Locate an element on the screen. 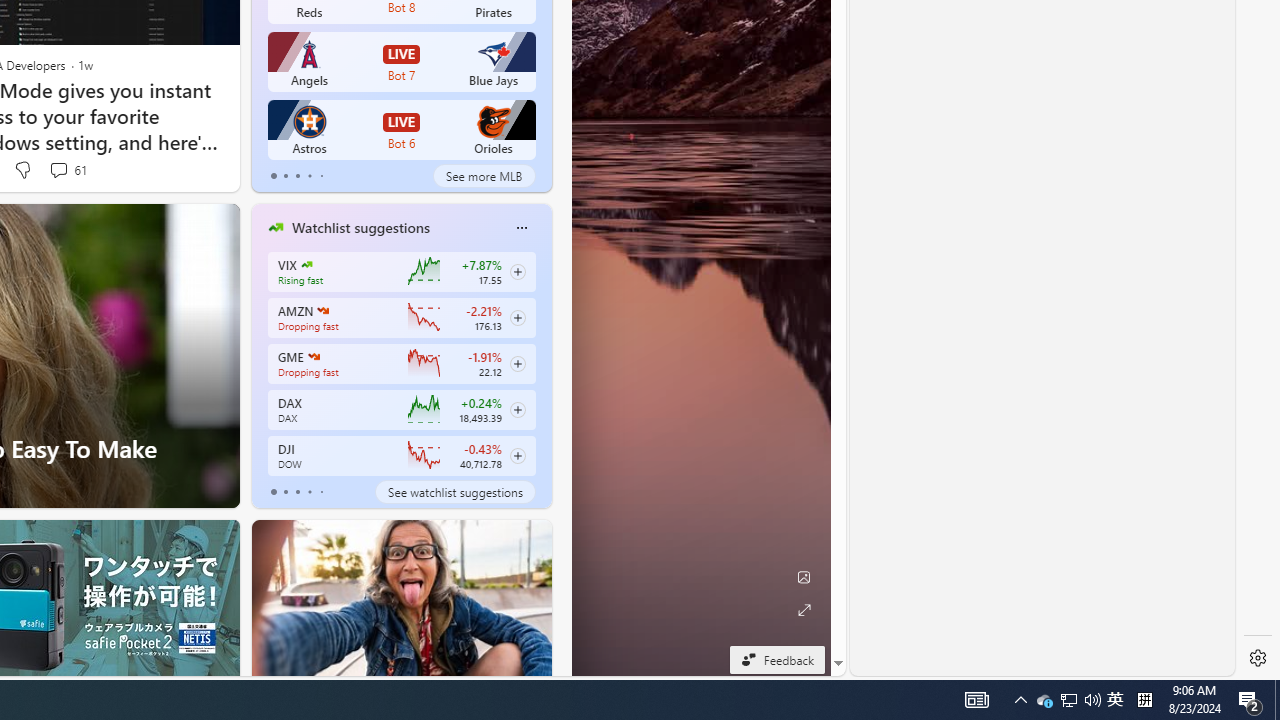  'tab-2' is located at coordinates (296, 492).